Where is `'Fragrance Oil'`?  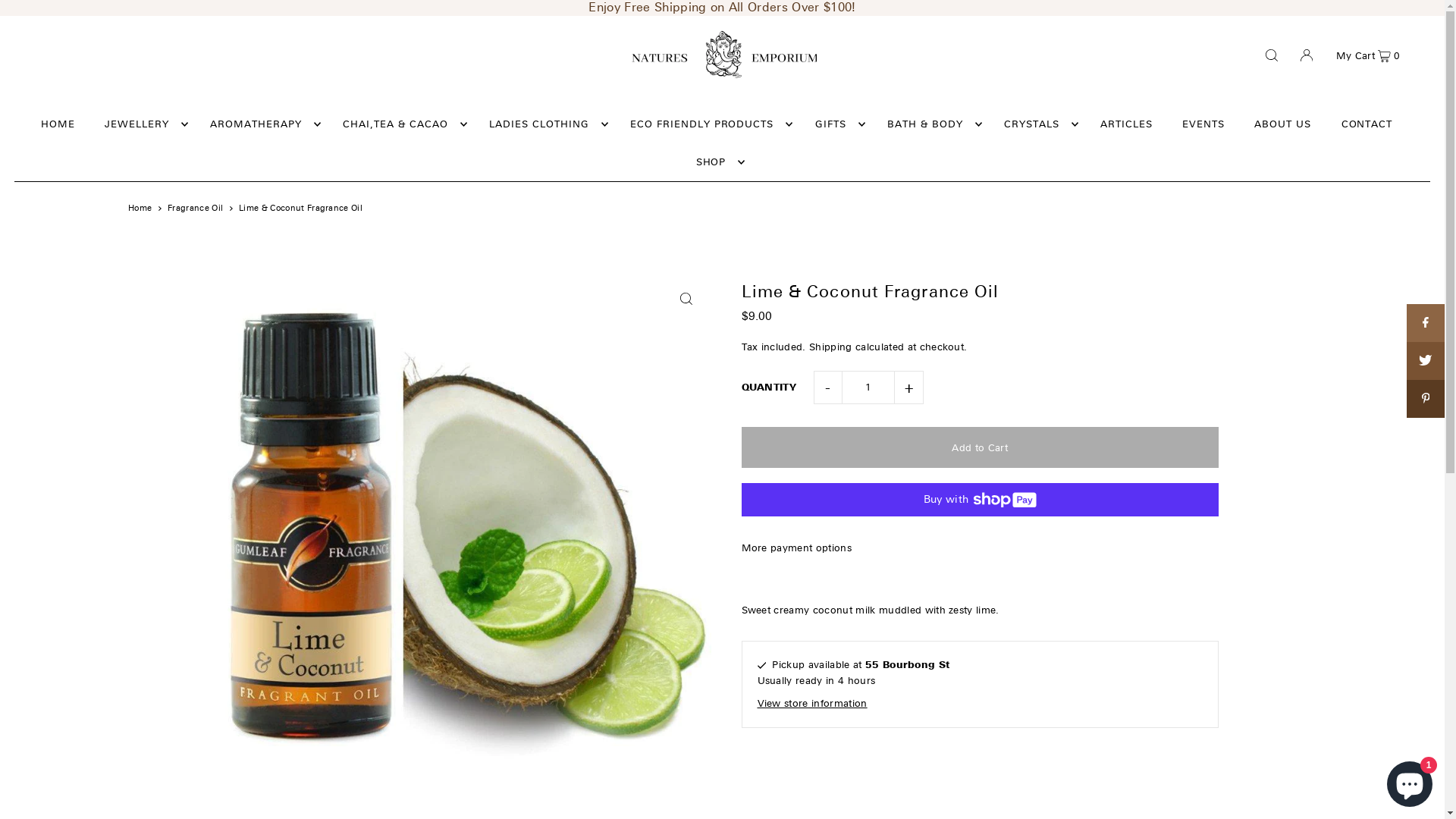 'Fragrance Oil' is located at coordinates (194, 208).